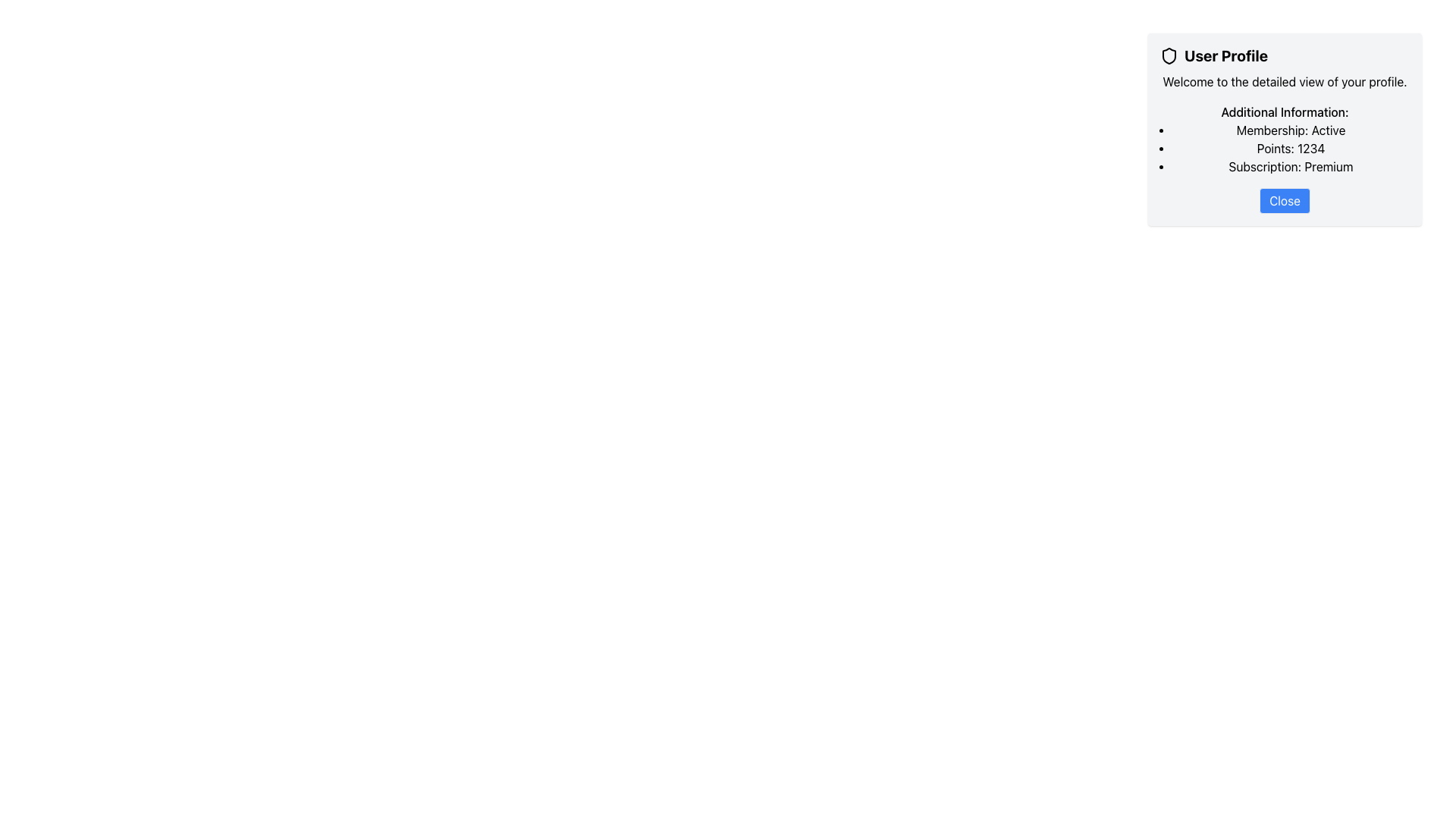 The height and width of the screenshot is (819, 1456). I want to click on the text element displaying 'Points: 1234' in the bulleted list under 'Additional Information' if it is interactive, so click(1290, 149).